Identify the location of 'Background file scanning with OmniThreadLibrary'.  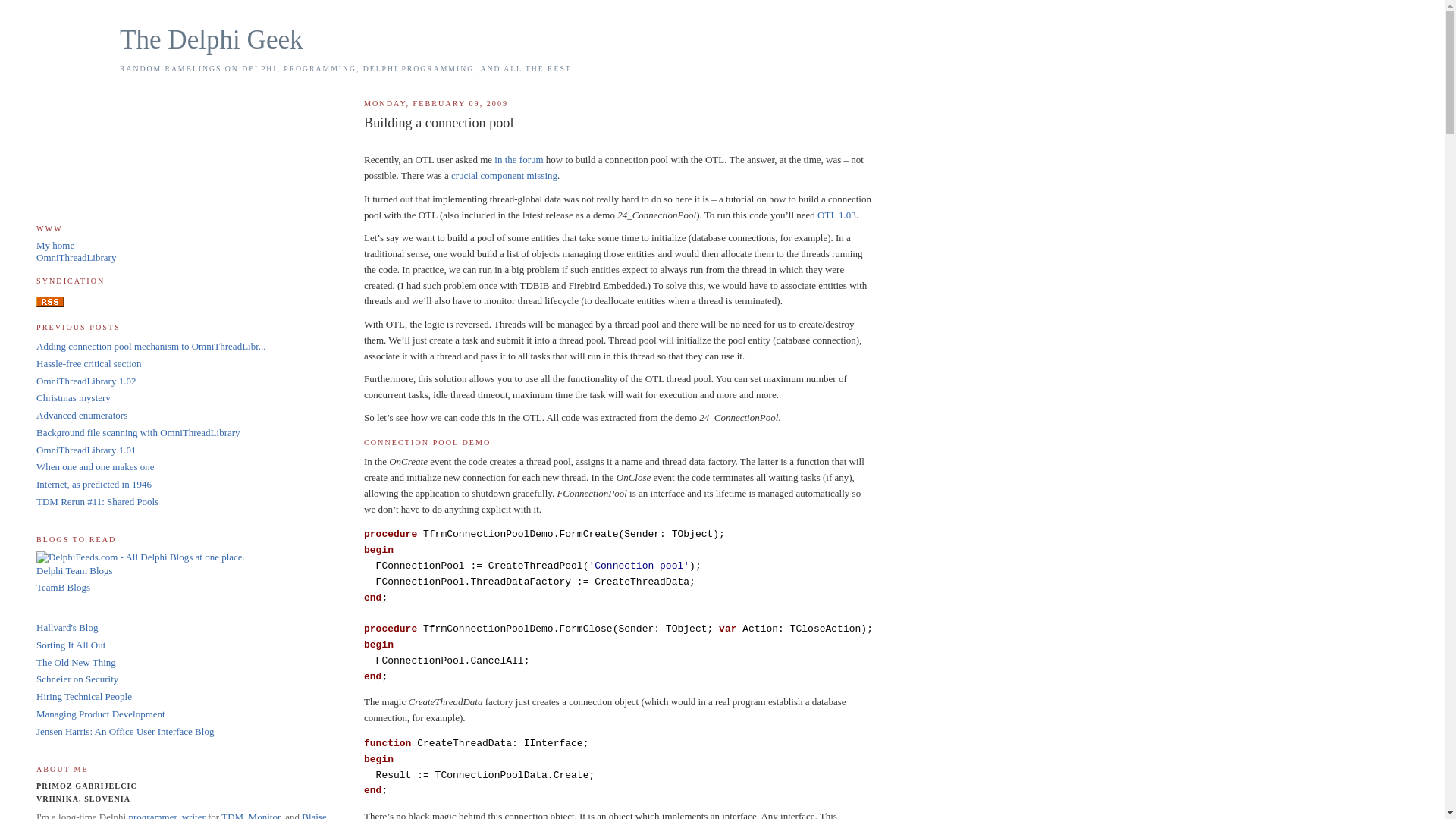
(138, 432).